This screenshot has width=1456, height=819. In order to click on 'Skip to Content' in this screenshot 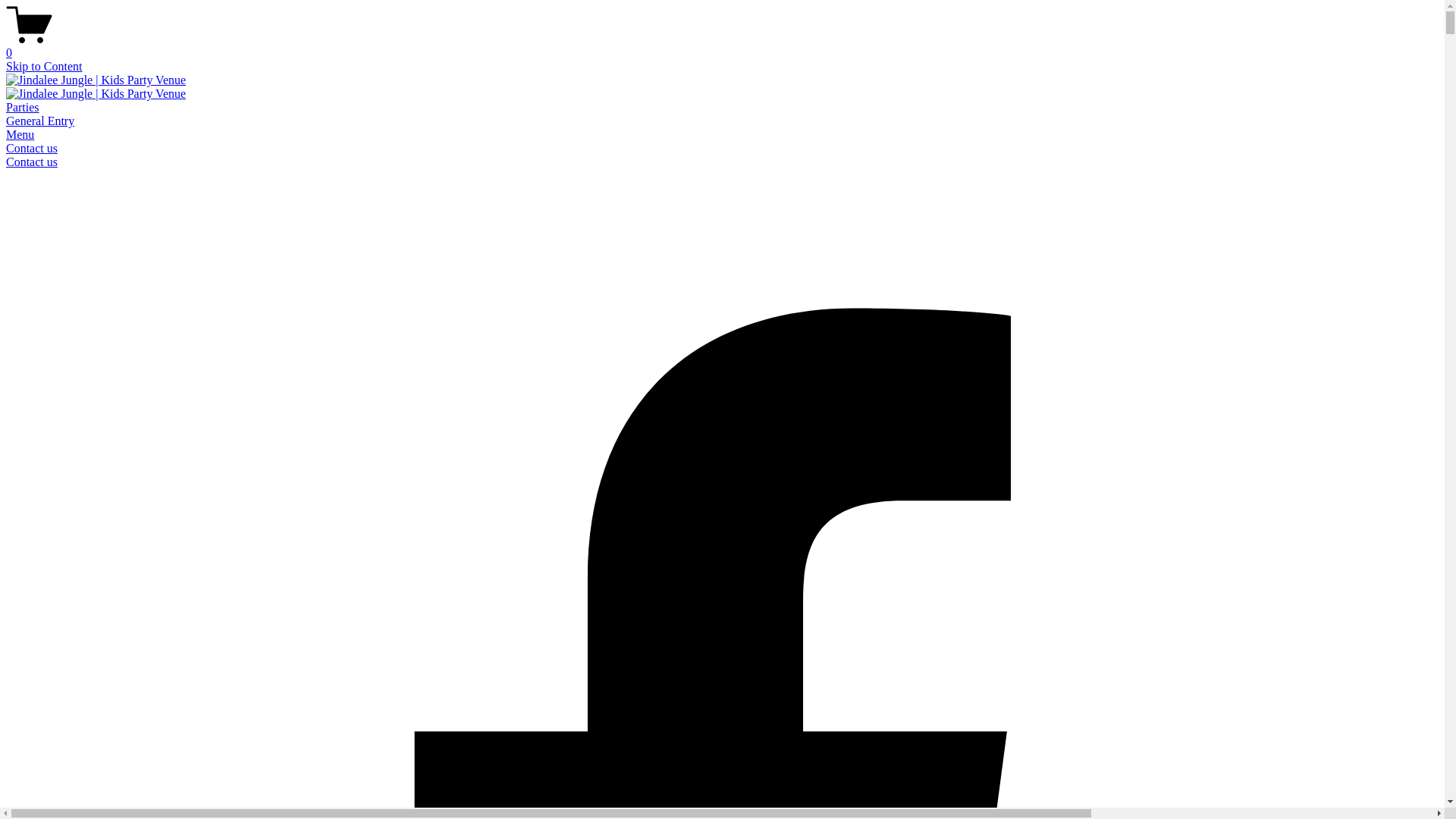, I will do `click(6, 65)`.